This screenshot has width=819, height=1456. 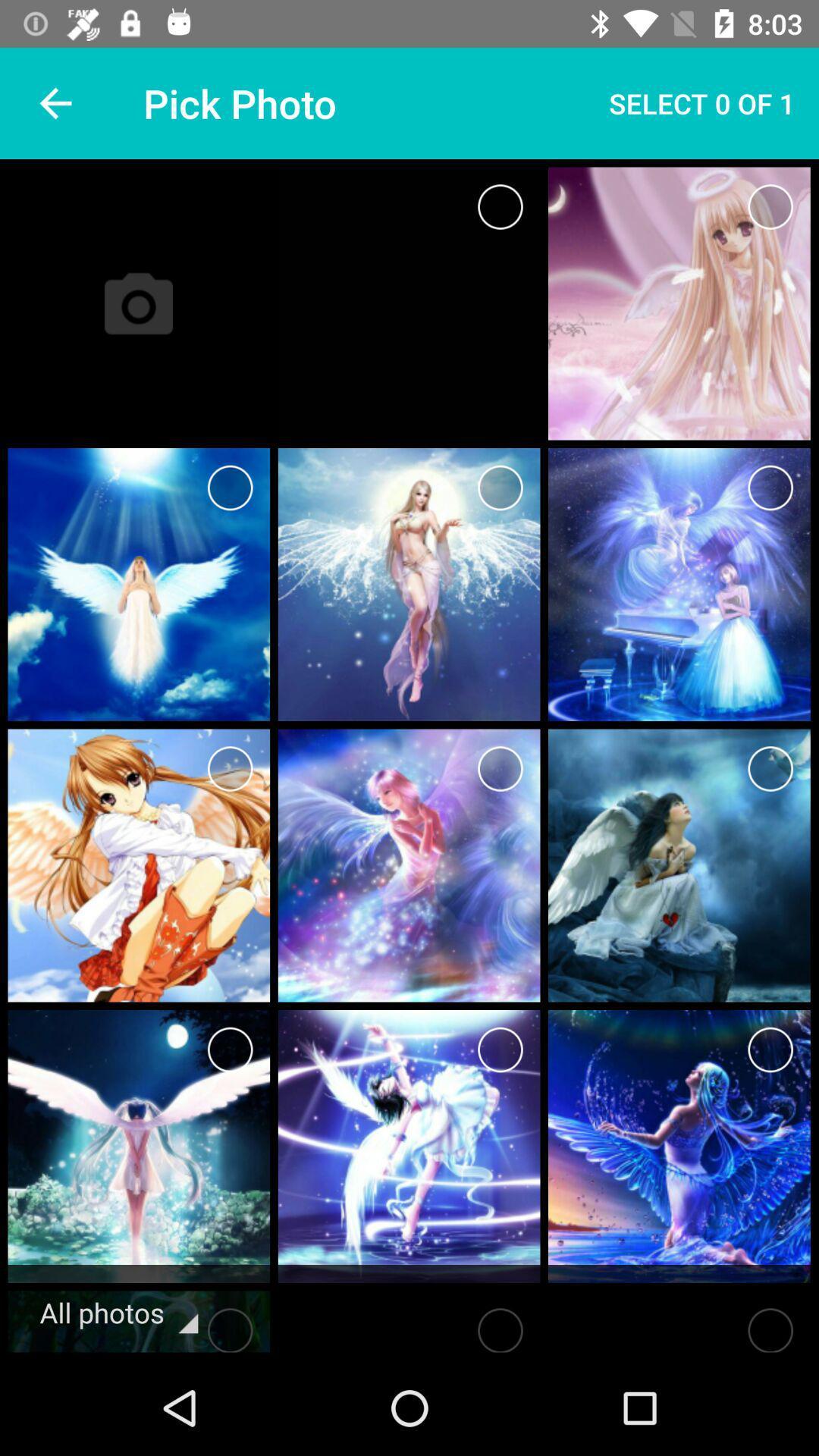 What do you see at coordinates (770, 488) in the screenshot?
I see `photo` at bounding box center [770, 488].